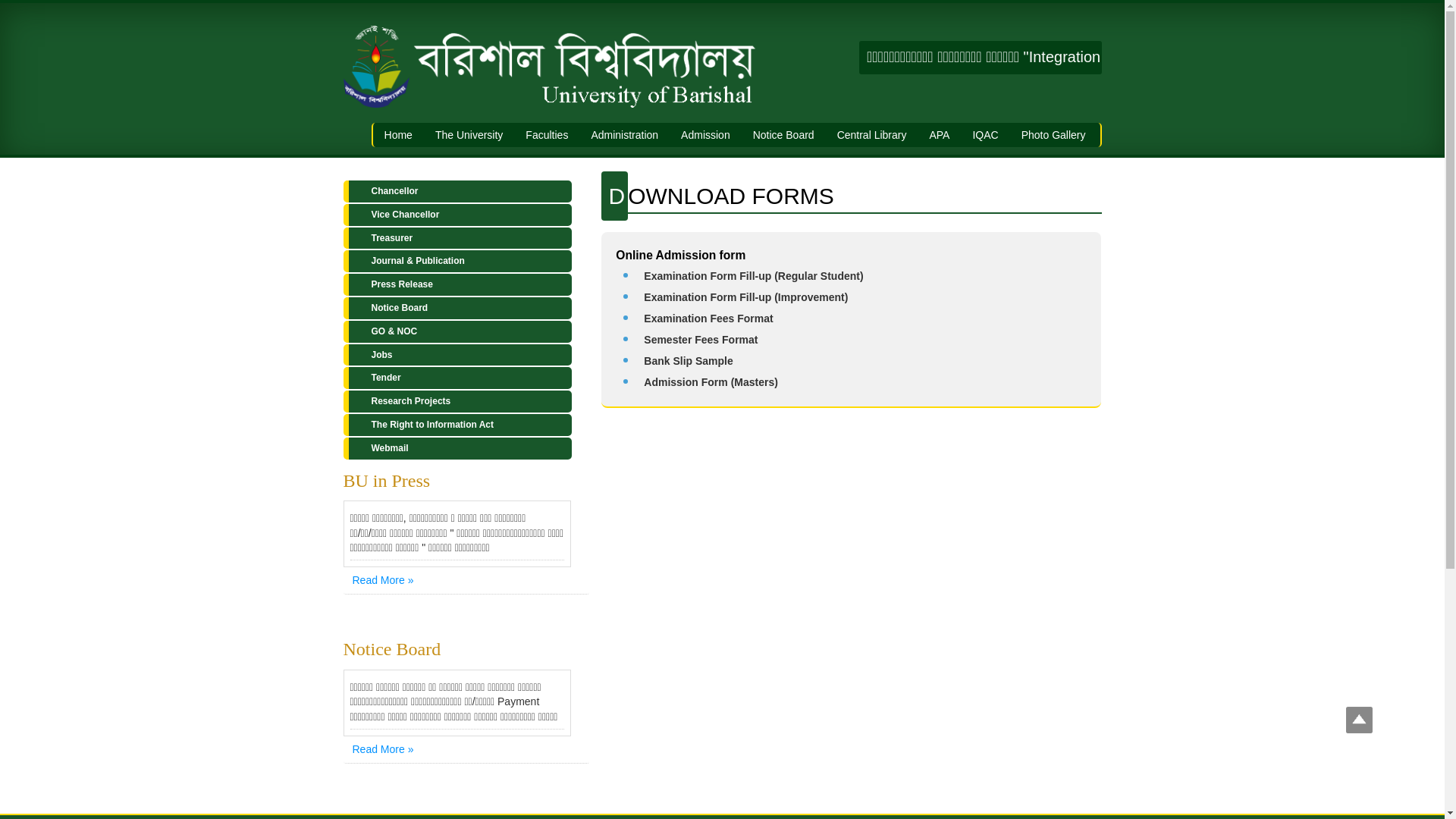  What do you see at coordinates (456, 331) in the screenshot?
I see `'GO & NOC'` at bounding box center [456, 331].